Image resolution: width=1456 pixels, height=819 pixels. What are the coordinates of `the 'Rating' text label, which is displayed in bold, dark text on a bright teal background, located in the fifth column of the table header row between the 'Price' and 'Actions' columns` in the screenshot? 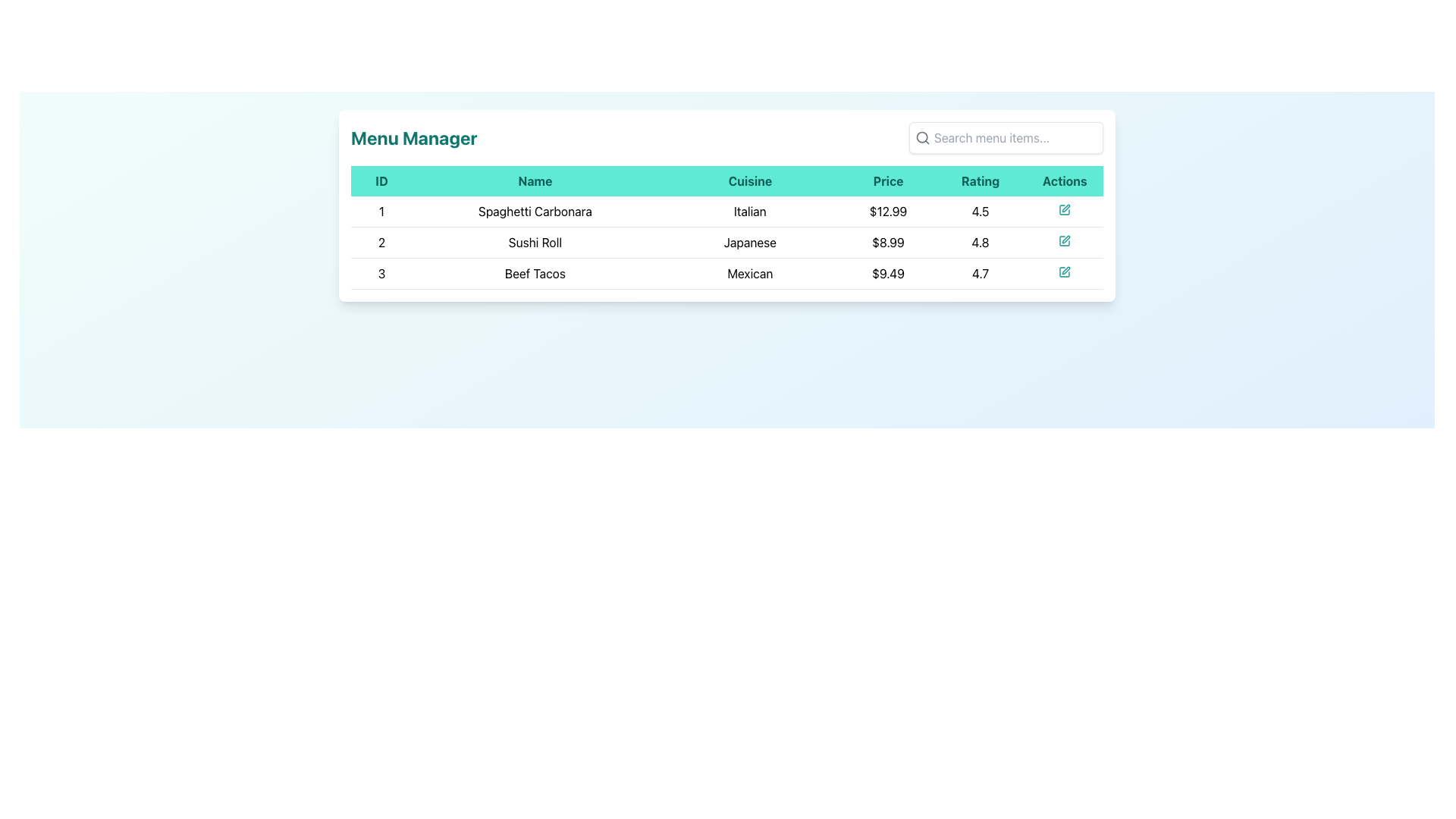 It's located at (980, 180).